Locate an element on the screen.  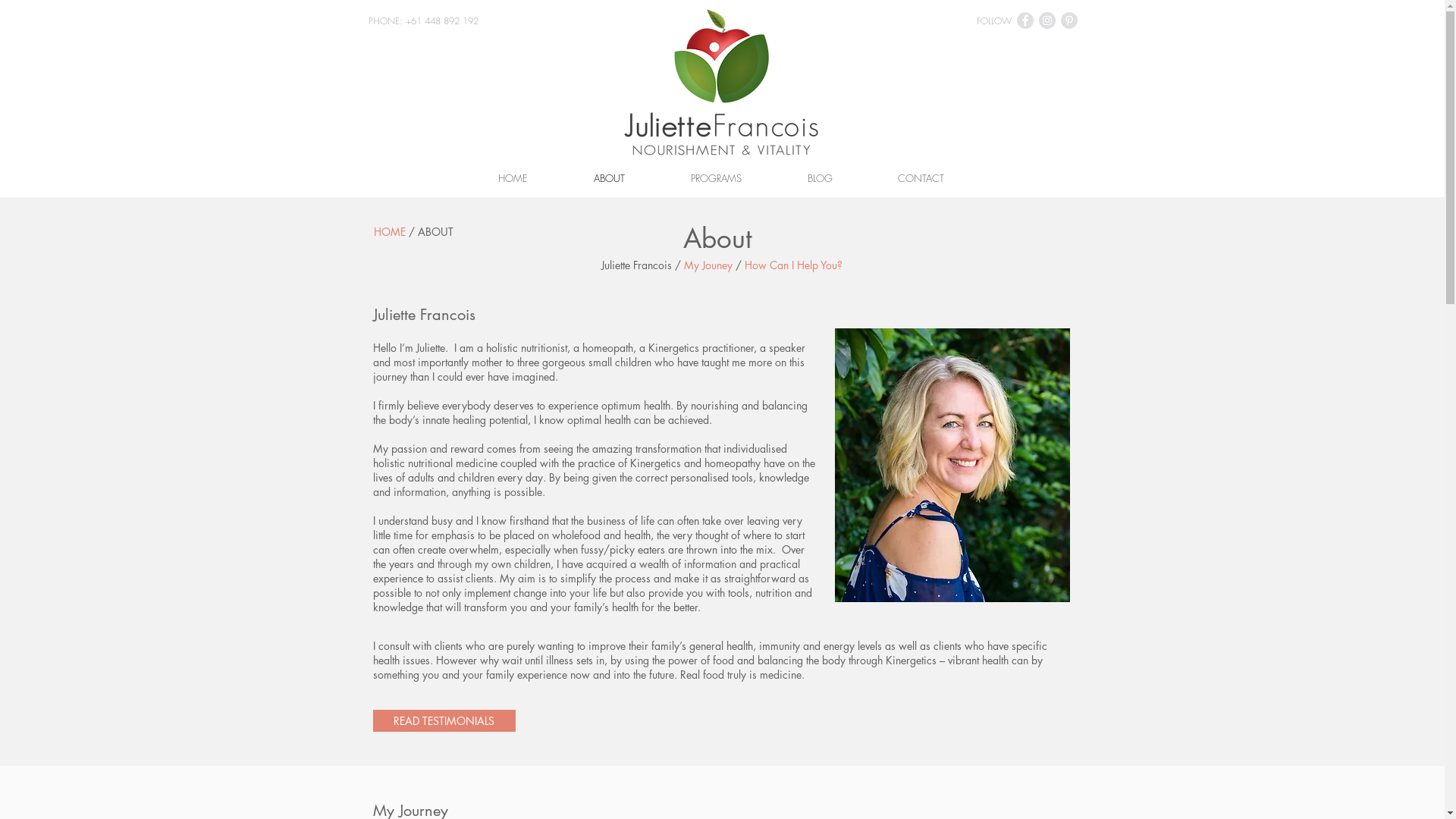
'PROGRAMS' is located at coordinates (716, 177).